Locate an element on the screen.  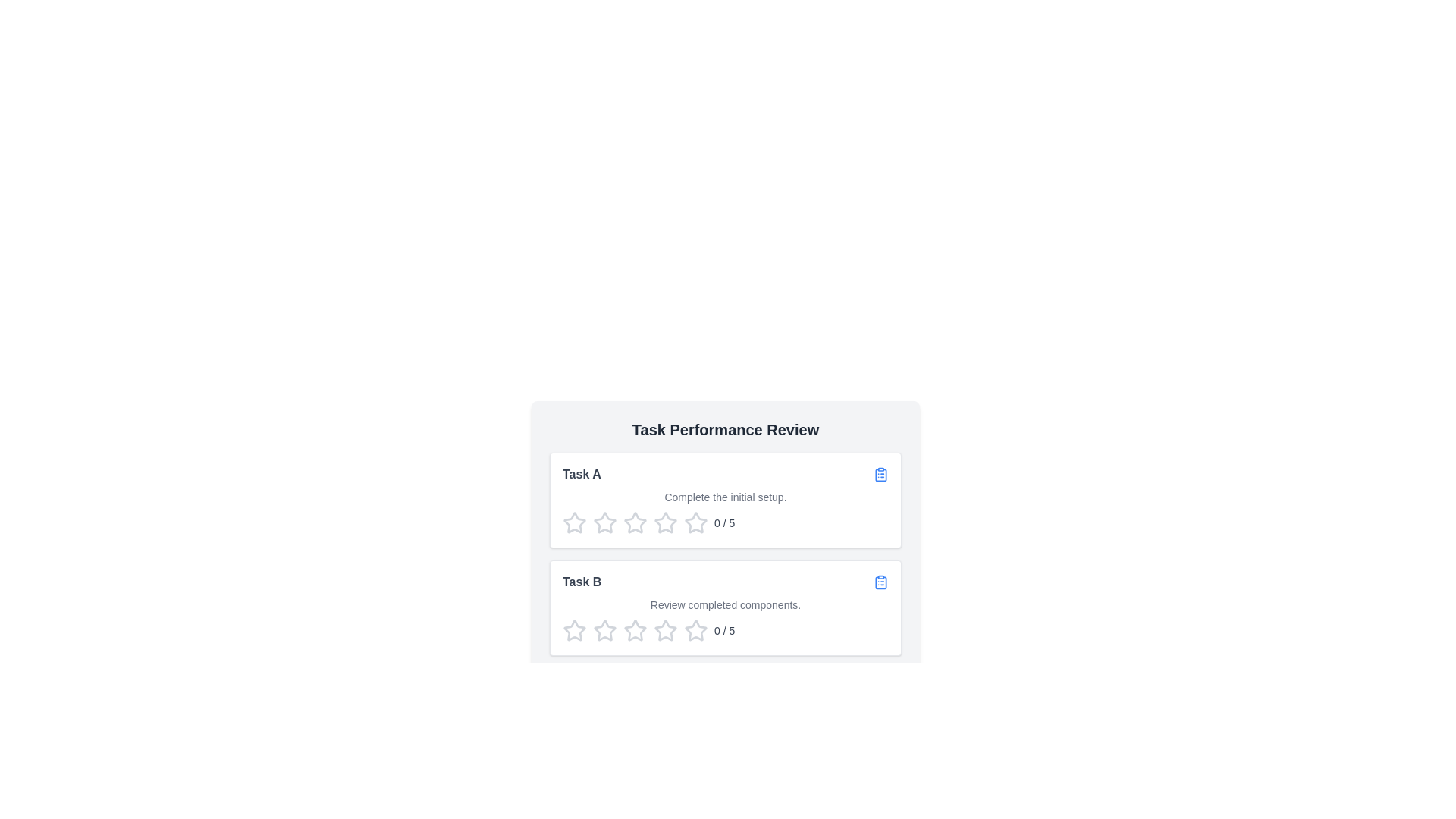
the fourth interactive rating star in gray color located beneath the 'Task A' title in the task review card is located at coordinates (695, 522).